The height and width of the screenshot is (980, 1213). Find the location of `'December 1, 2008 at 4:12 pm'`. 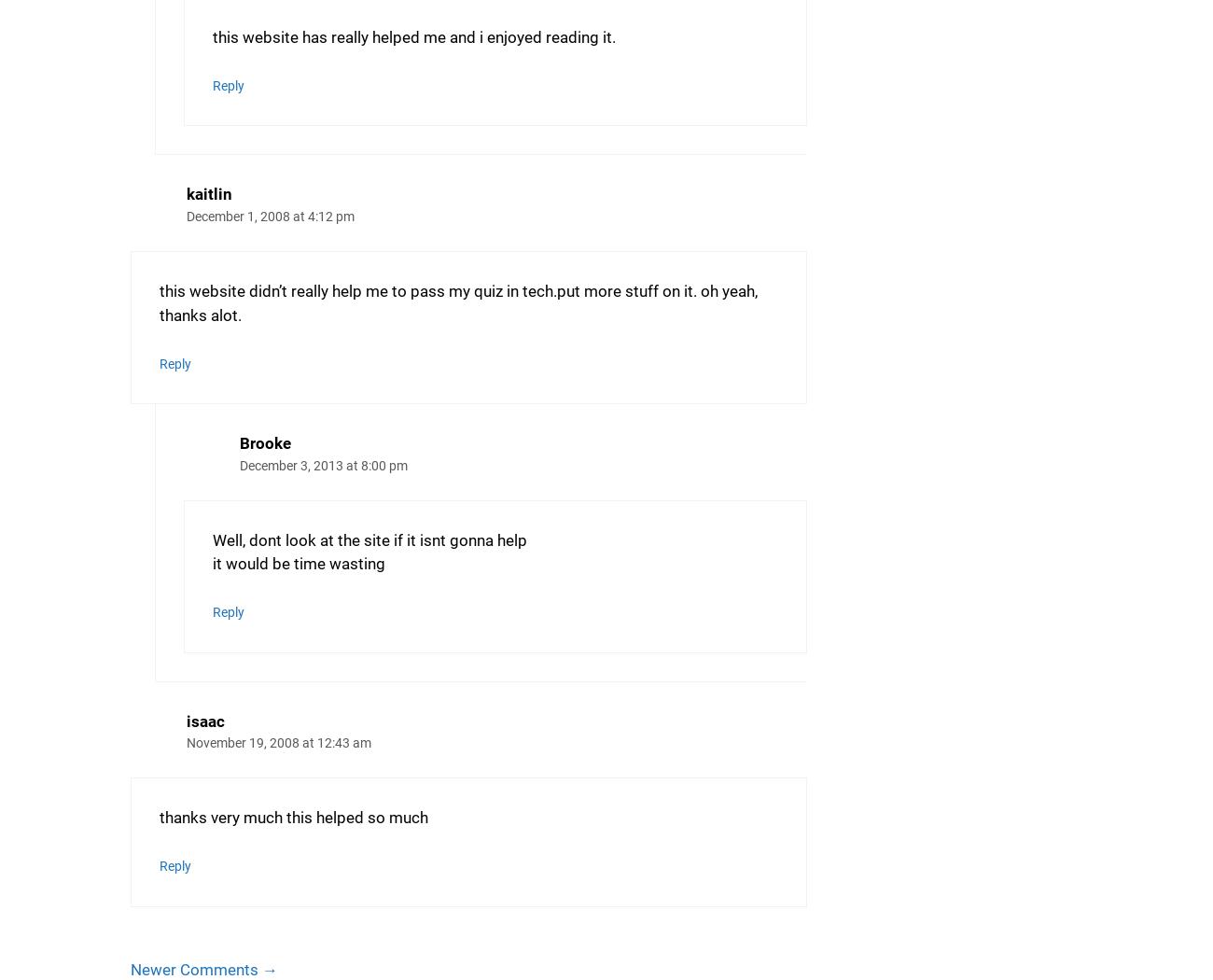

'December 1, 2008 at 4:12 pm' is located at coordinates (271, 216).